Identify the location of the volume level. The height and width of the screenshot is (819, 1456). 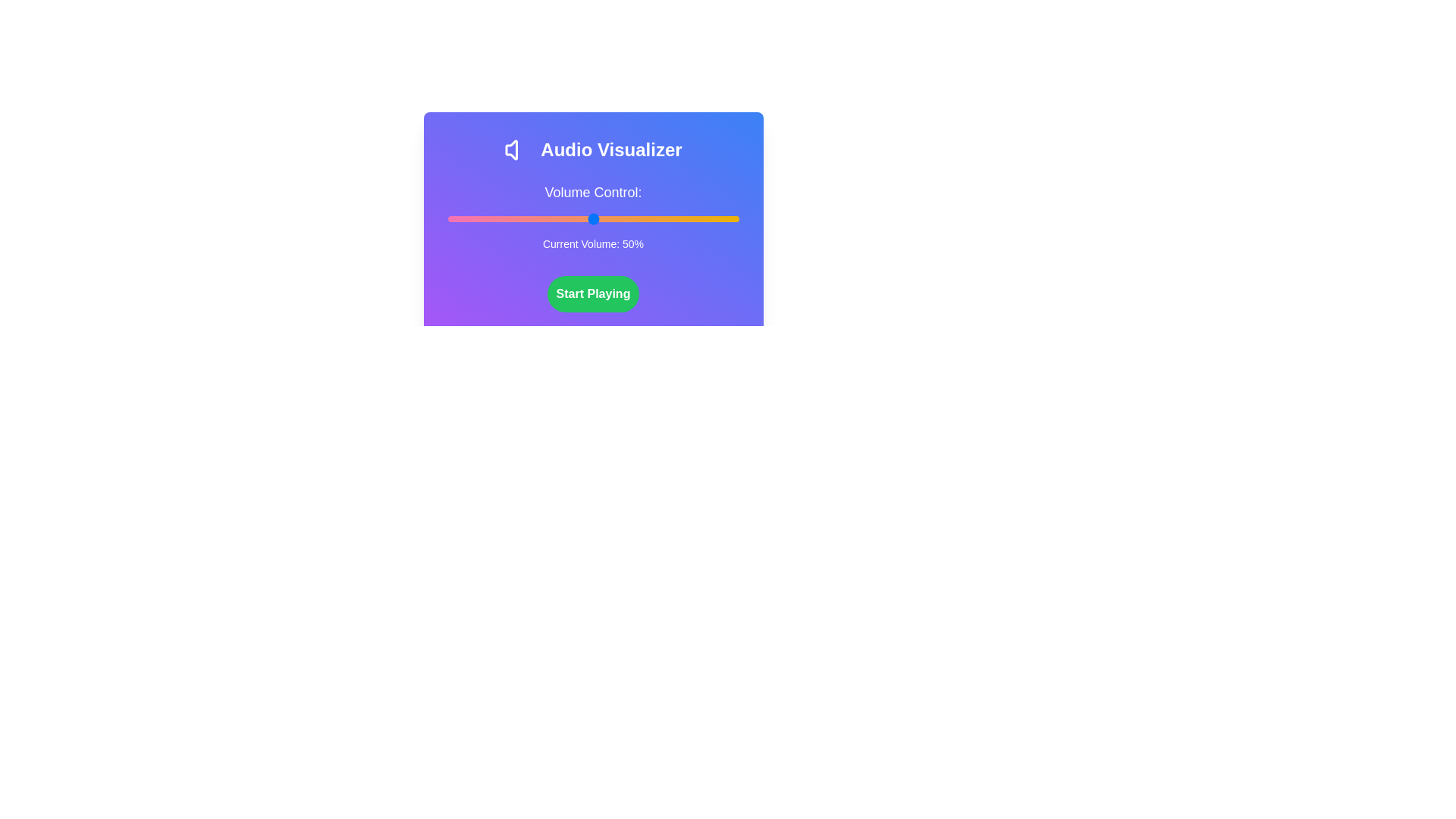
(491, 219).